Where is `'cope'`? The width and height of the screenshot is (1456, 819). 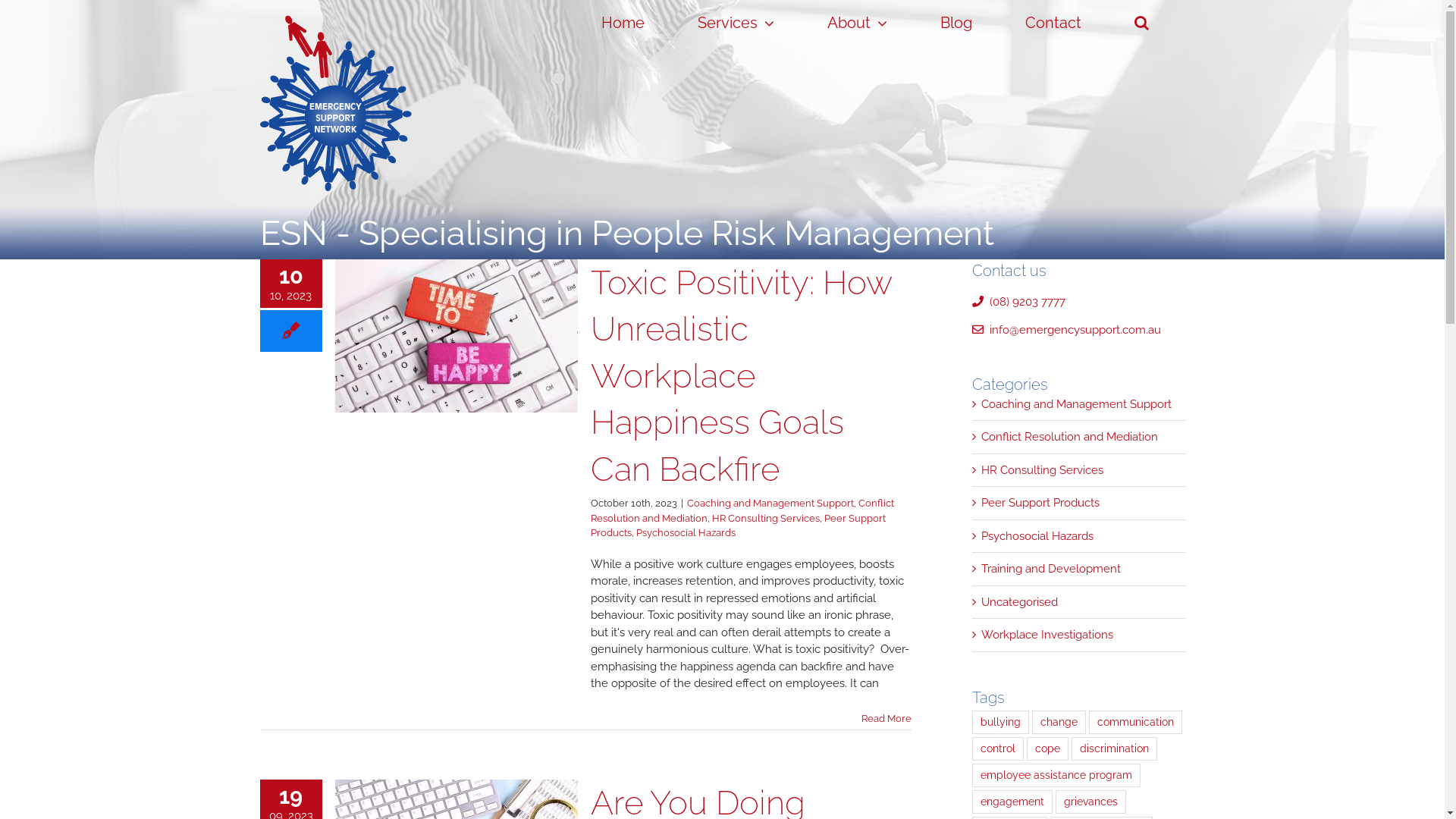 'cope' is located at coordinates (1026, 748).